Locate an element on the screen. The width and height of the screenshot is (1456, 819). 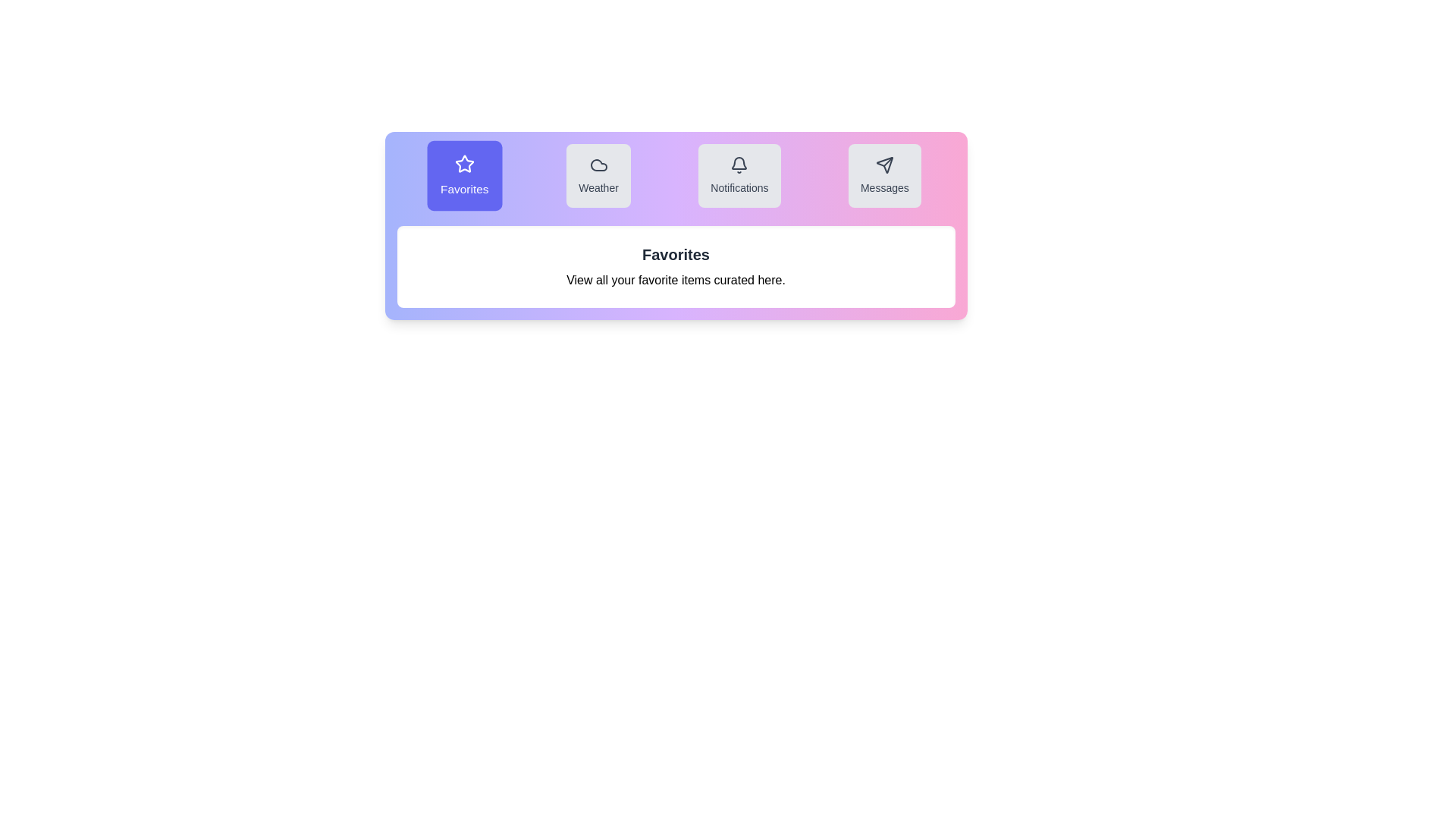
the tab labeled Notifications to switch to its content view is located at coordinates (739, 174).